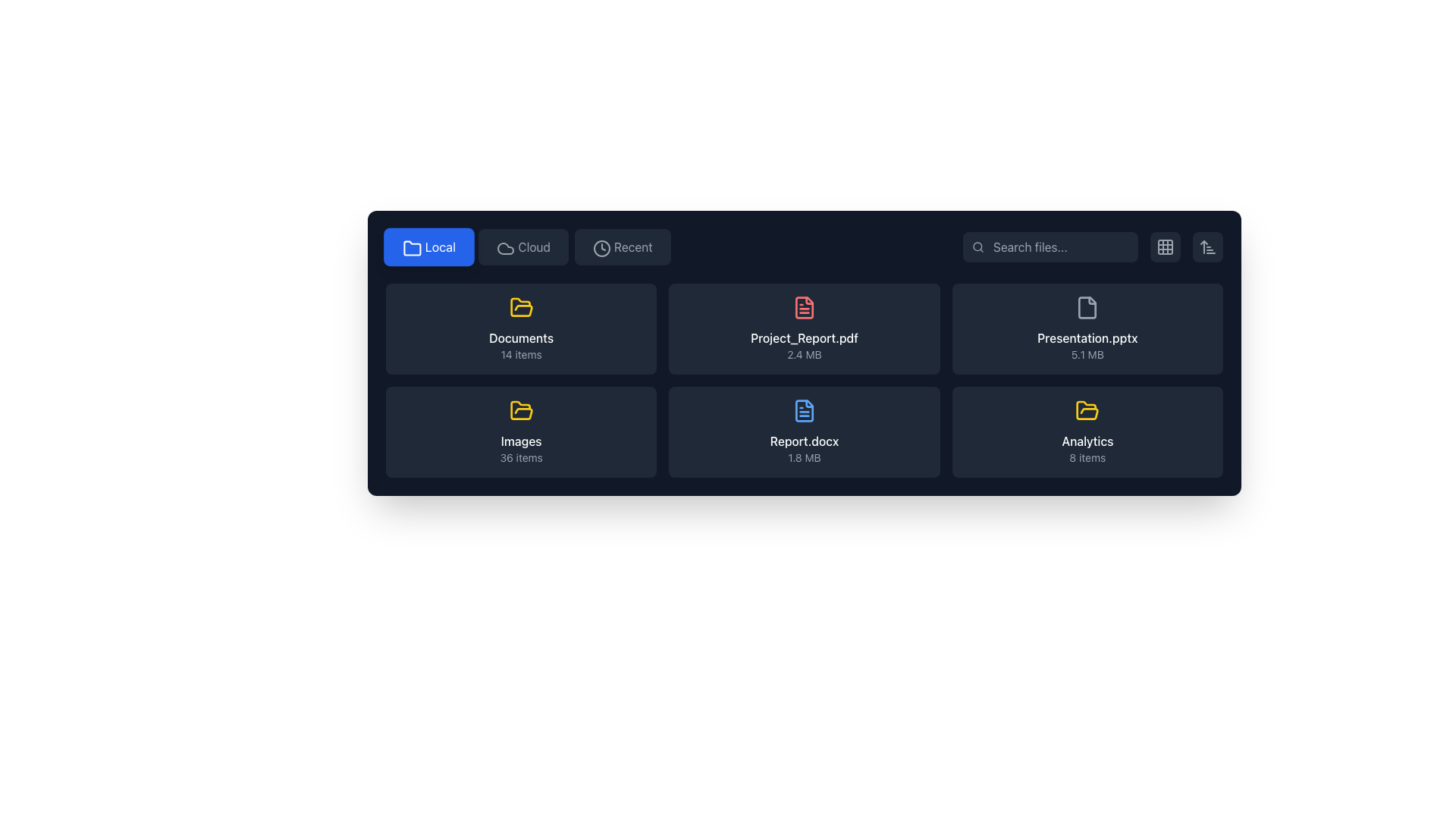 This screenshot has width=1456, height=819. Describe the element at coordinates (803, 354) in the screenshot. I see `the text display element showing '2.4 MB', positioned below 'Project_Report.pdf' in the central grid of the interface` at that location.